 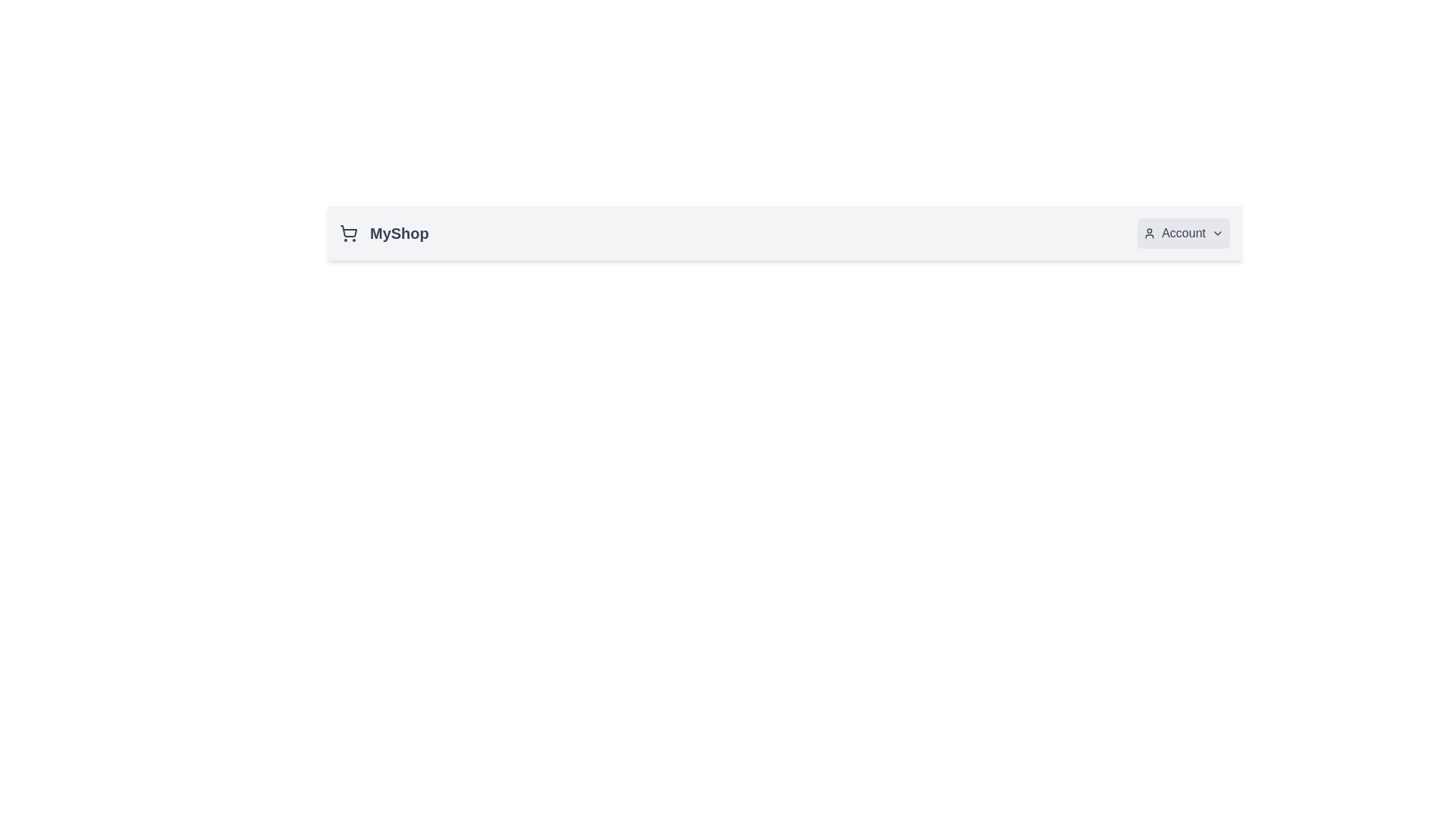 I want to click on text 'MyShop' located next to the shopping cart icon on the left side of the navigation bar, so click(x=384, y=234).